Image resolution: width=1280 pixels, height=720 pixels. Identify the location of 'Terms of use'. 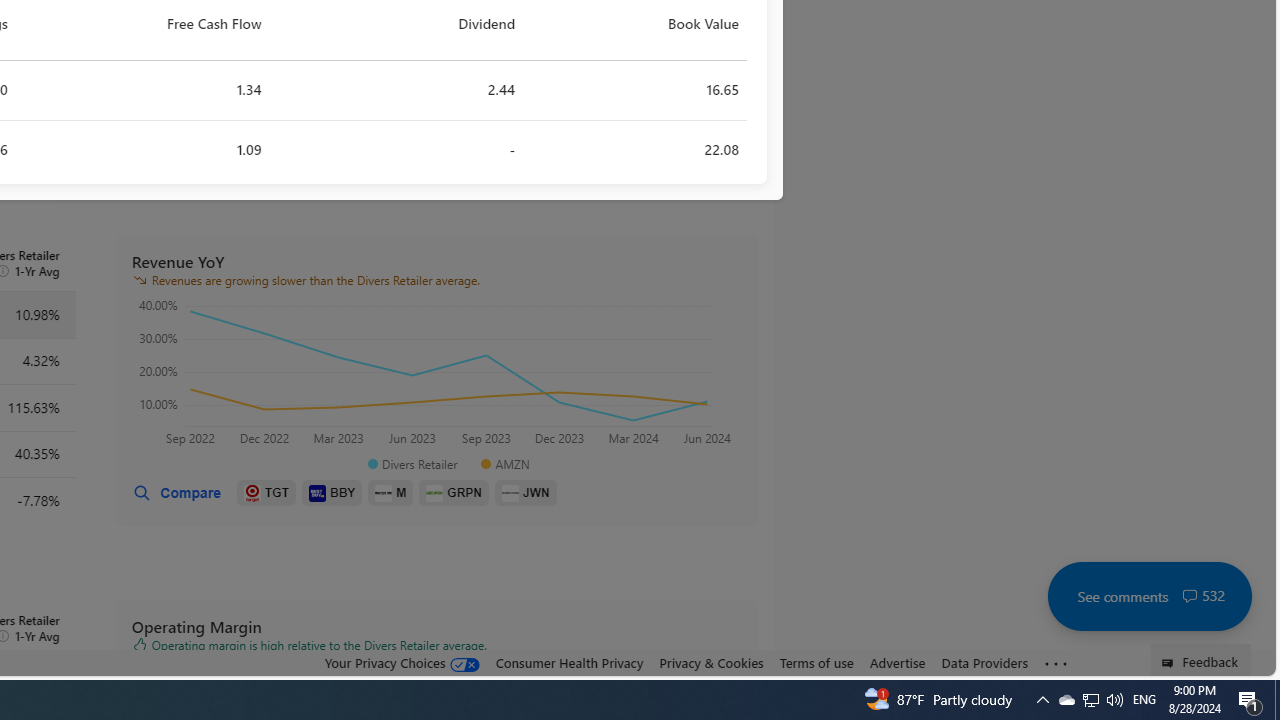
(816, 662).